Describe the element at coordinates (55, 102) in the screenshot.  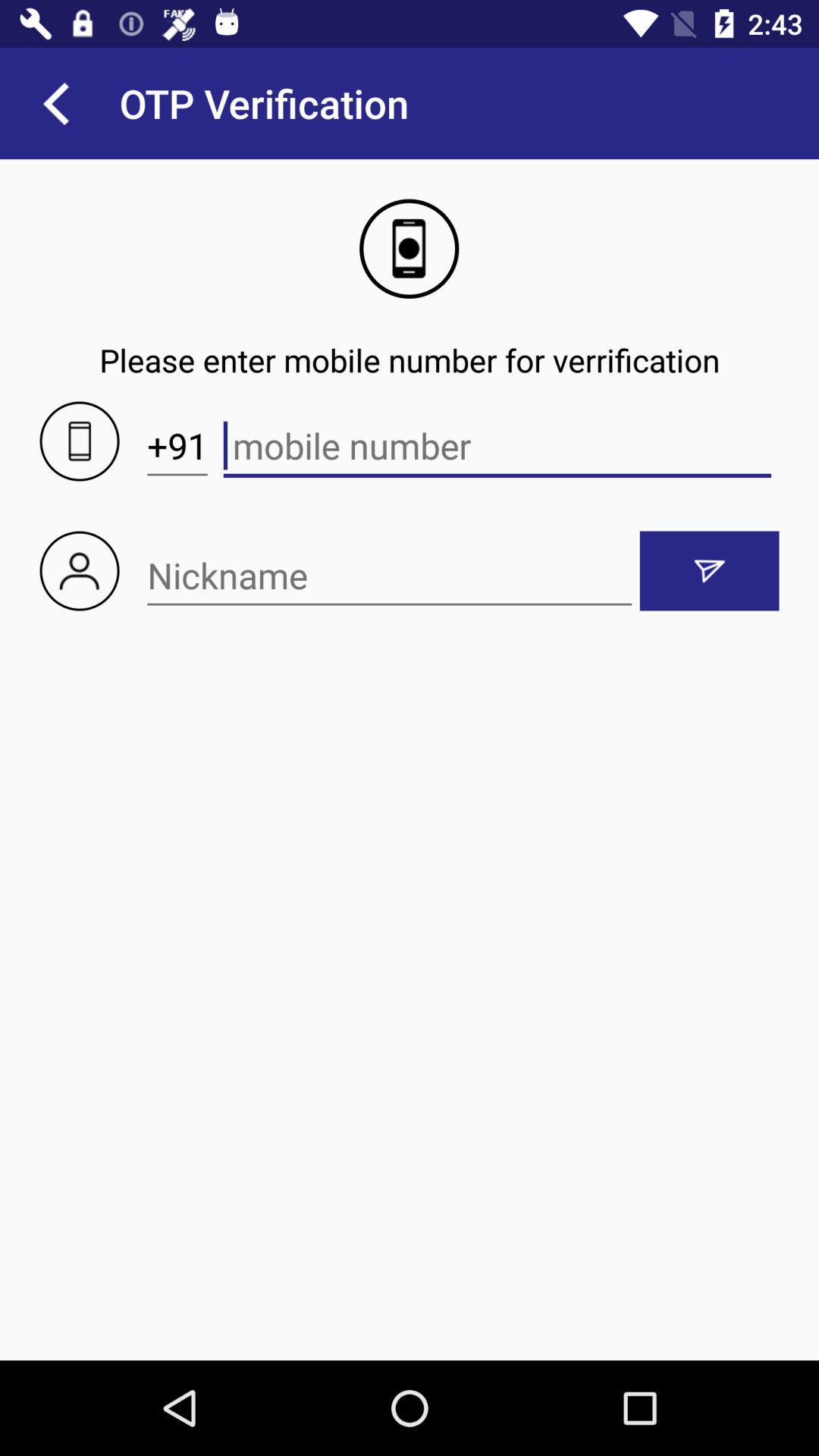
I see `item to the left of the otp verification icon` at that location.